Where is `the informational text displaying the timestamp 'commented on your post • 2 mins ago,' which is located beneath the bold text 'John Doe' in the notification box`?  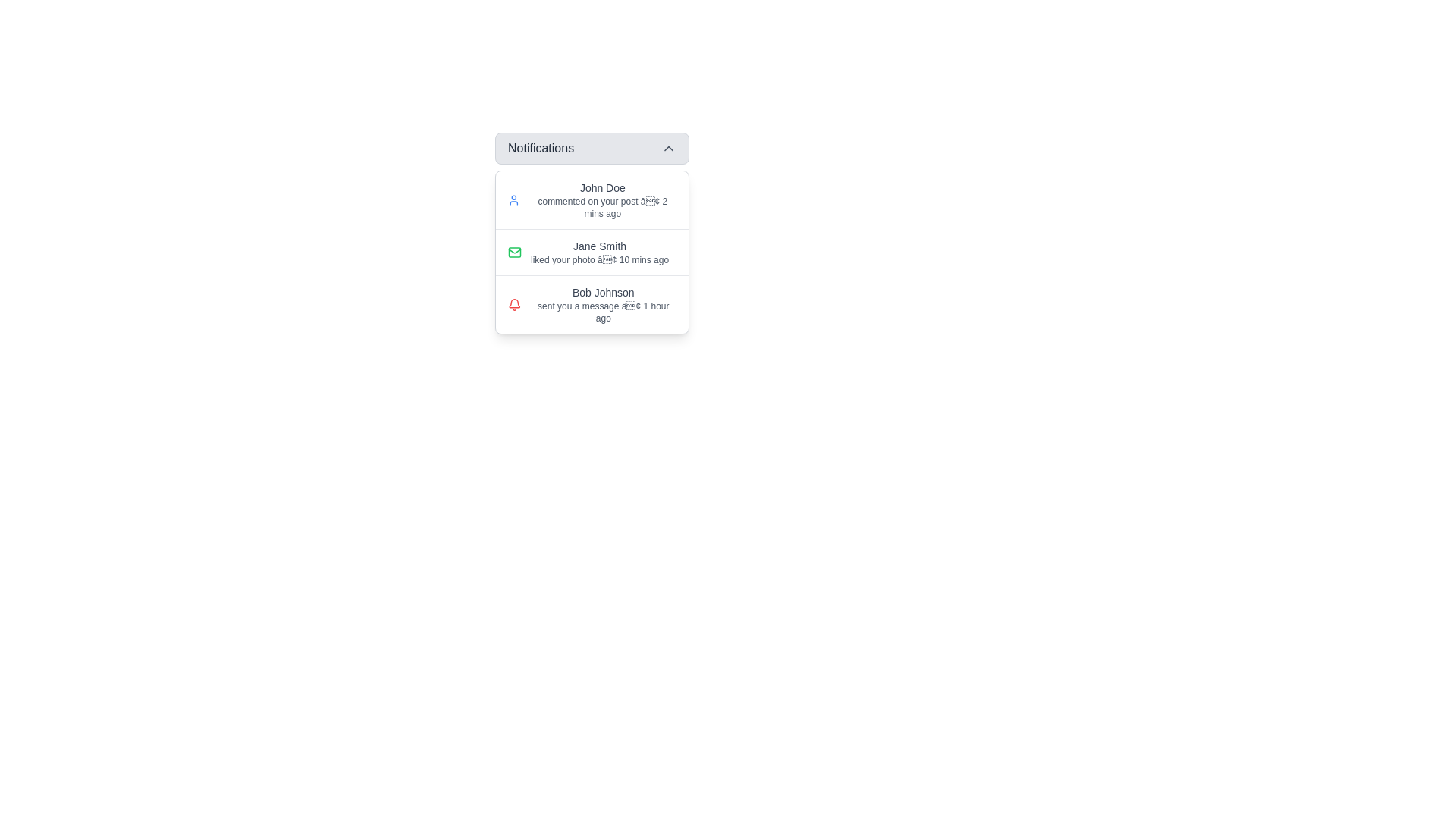 the informational text displaying the timestamp 'commented on your post • 2 mins ago,' which is located beneath the bold text 'John Doe' in the notification box is located at coordinates (601, 207).